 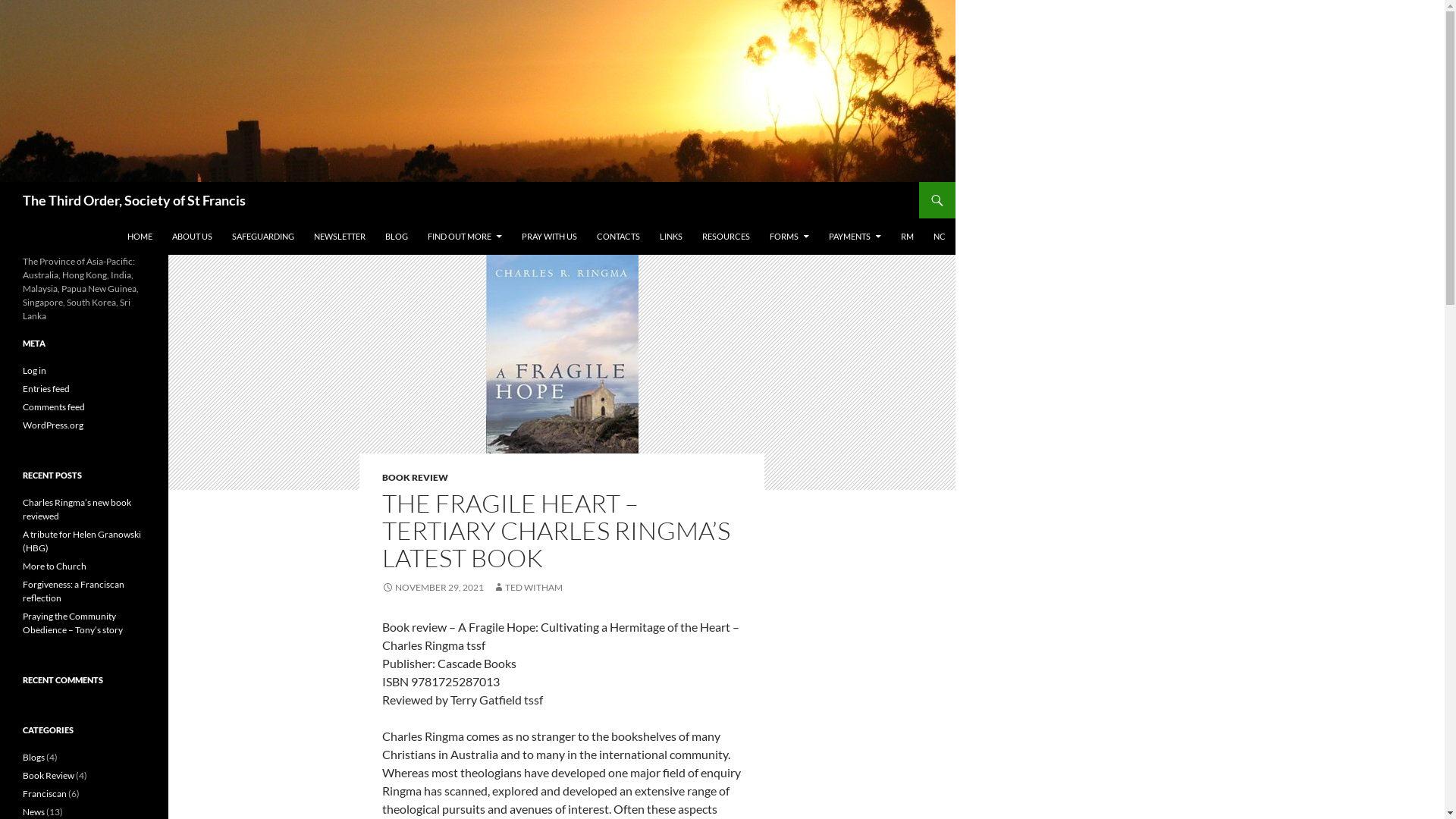 I want to click on 'WordPress.org', so click(x=22, y=425).